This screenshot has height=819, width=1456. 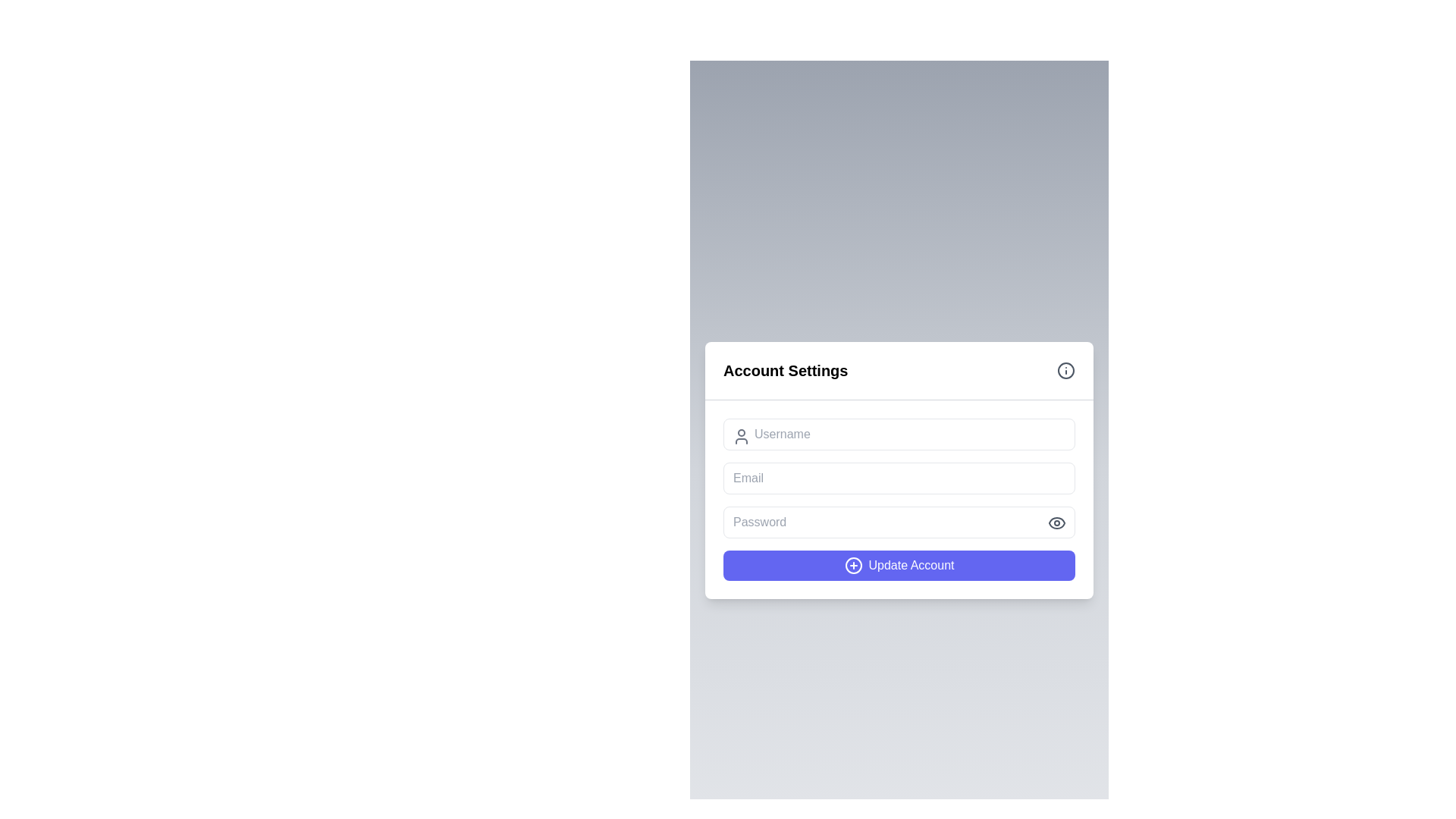 What do you see at coordinates (853, 565) in the screenshot?
I see `the icon to the left of the text inside the 'Update Account' button, which represents actions related` at bounding box center [853, 565].